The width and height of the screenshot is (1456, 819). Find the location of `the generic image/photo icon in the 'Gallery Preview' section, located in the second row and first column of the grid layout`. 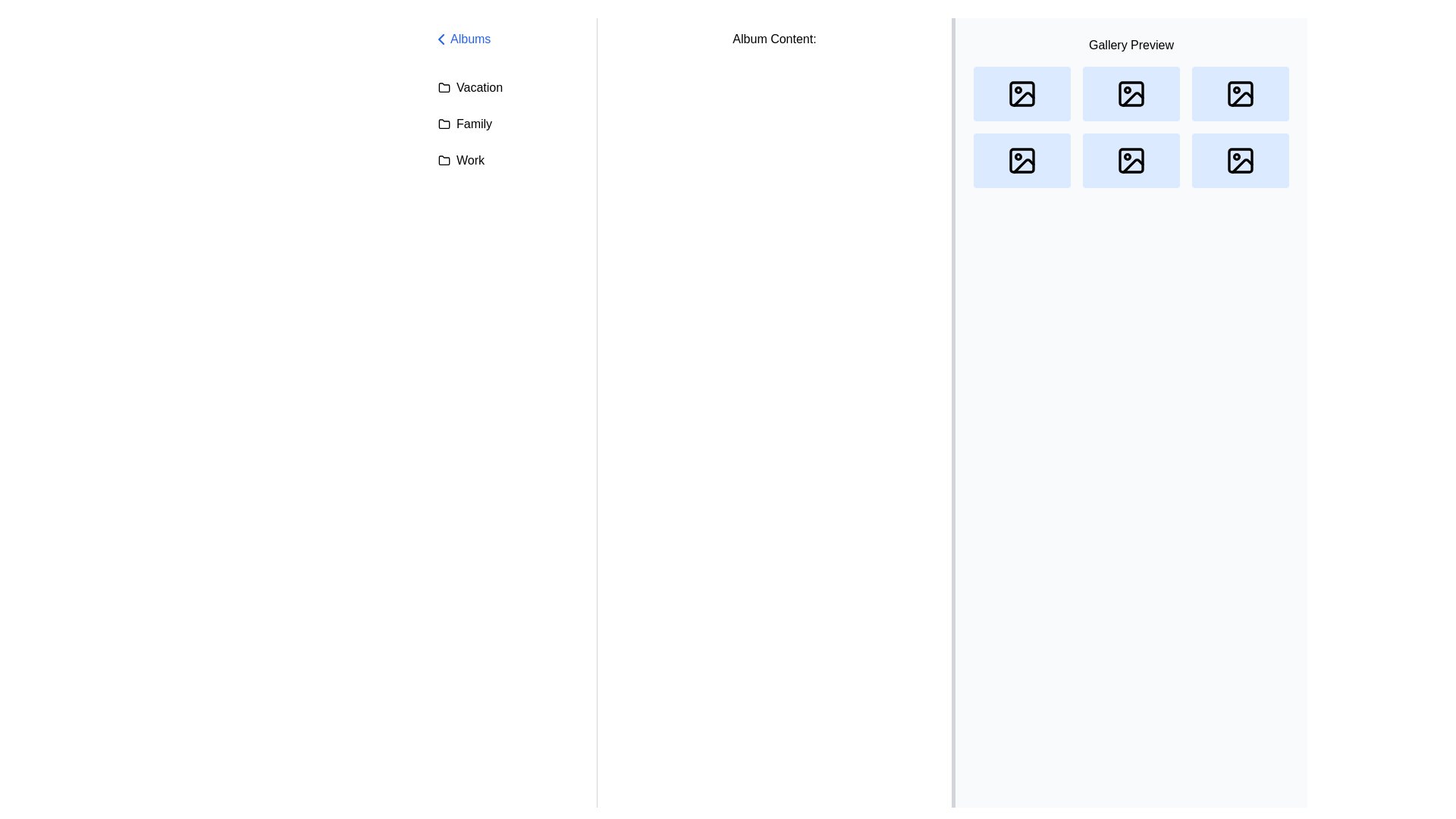

the generic image/photo icon in the 'Gallery Preview' section, located in the second row and first column of the grid layout is located at coordinates (1022, 161).